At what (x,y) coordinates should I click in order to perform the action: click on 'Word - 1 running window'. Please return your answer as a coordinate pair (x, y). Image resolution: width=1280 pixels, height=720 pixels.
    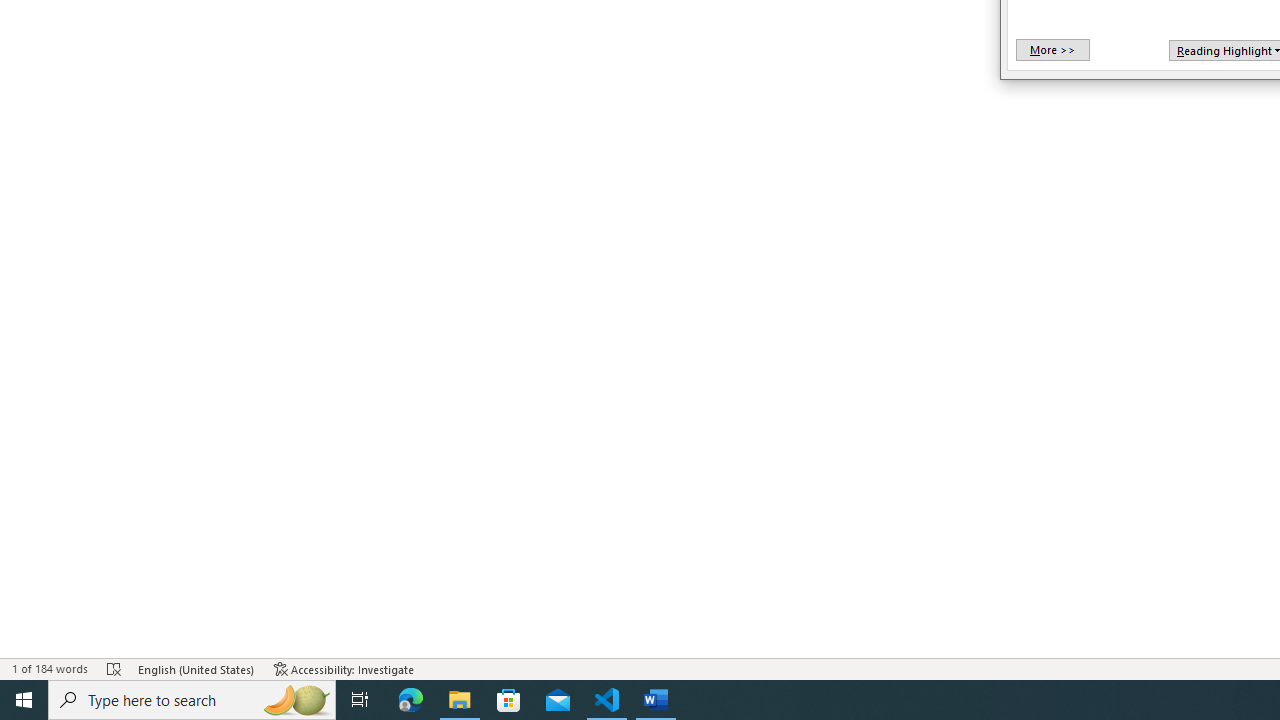
    Looking at the image, I should click on (656, 698).